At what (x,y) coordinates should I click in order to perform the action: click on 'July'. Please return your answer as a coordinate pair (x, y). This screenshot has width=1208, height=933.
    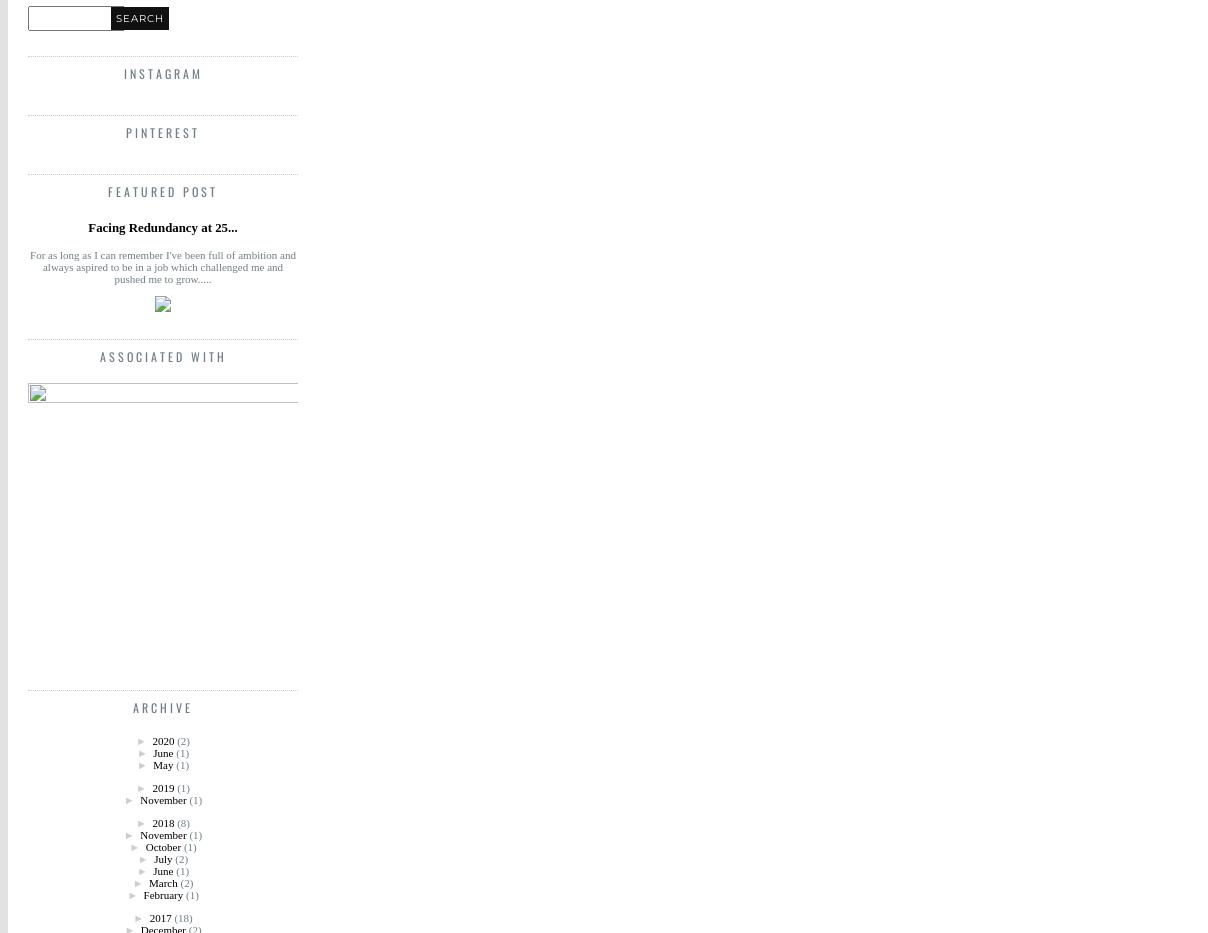
    Looking at the image, I should click on (162, 858).